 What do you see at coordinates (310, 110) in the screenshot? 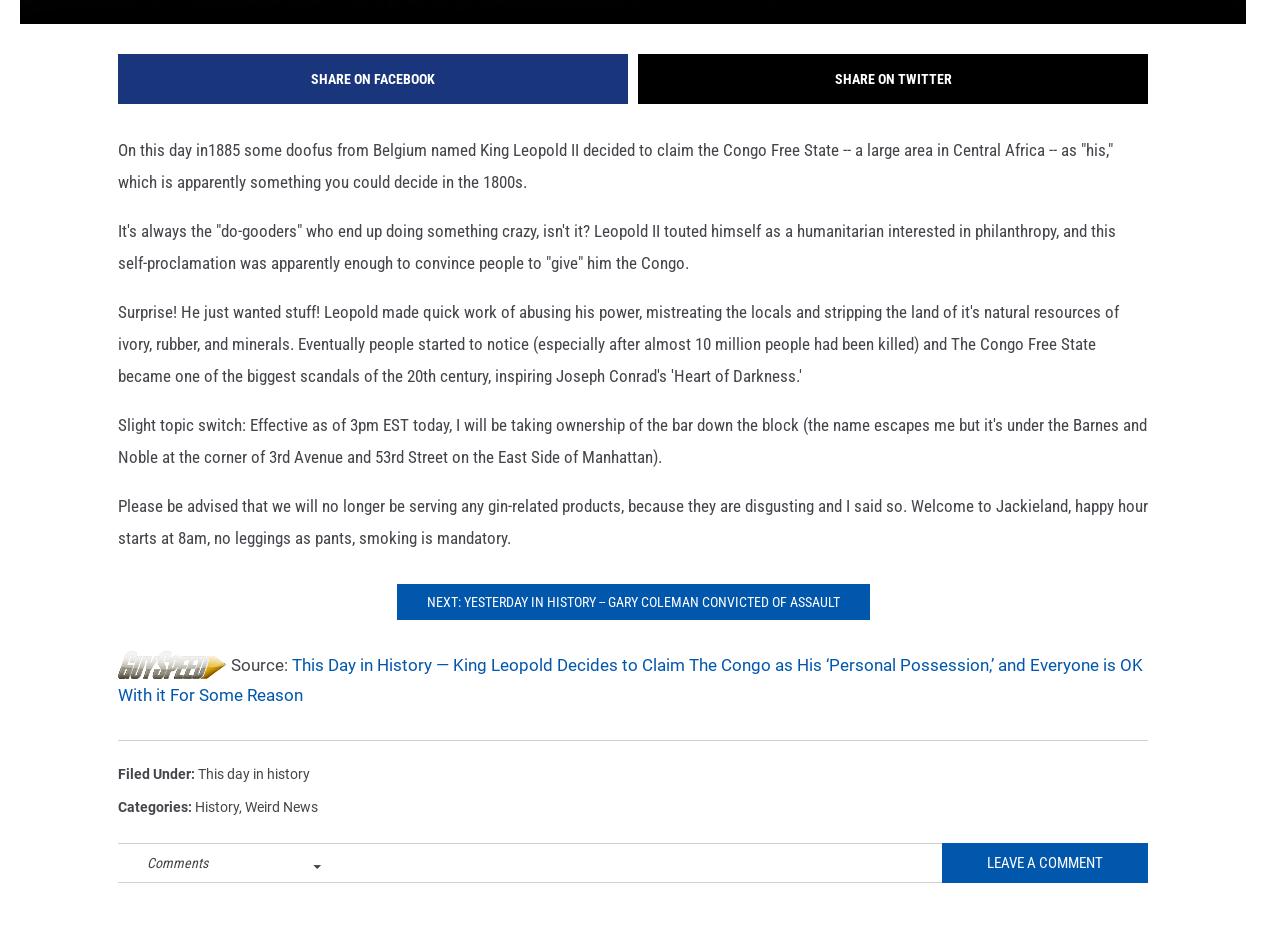
I see `'Share on Facebook'` at bounding box center [310, 110].